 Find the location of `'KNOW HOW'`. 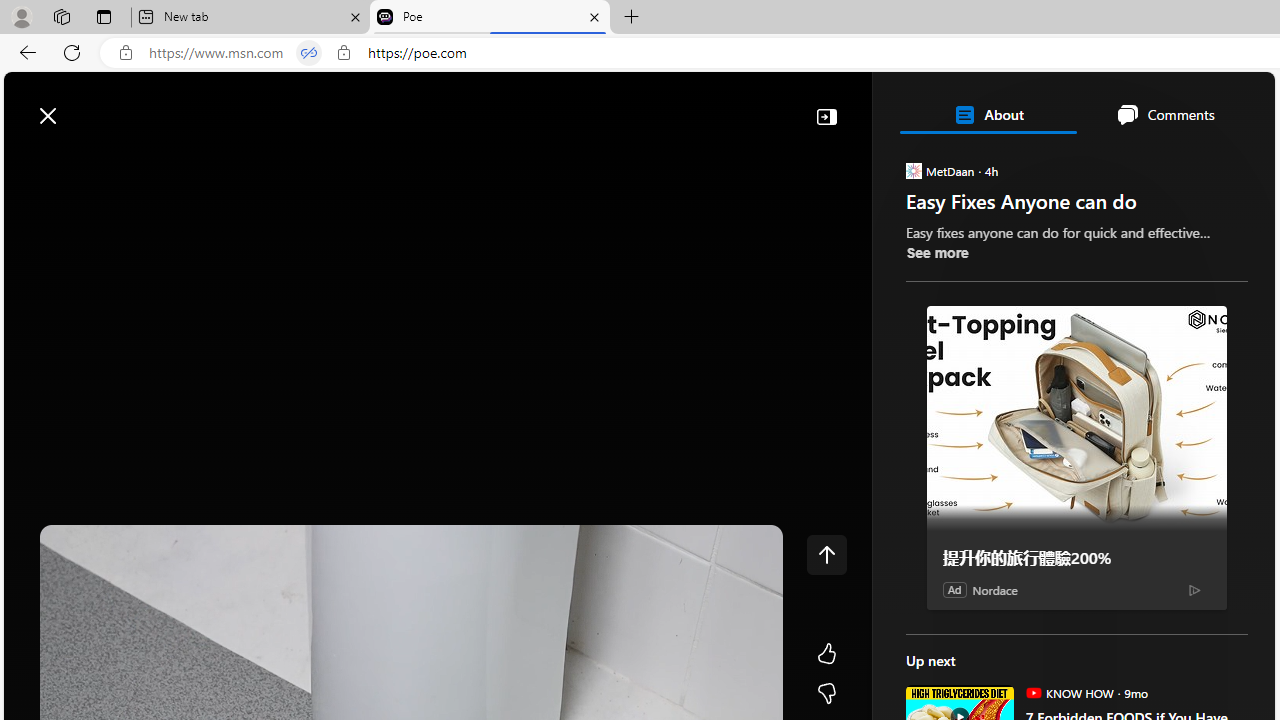

'KNOW HOW' is located at coordinates (1033, 691).